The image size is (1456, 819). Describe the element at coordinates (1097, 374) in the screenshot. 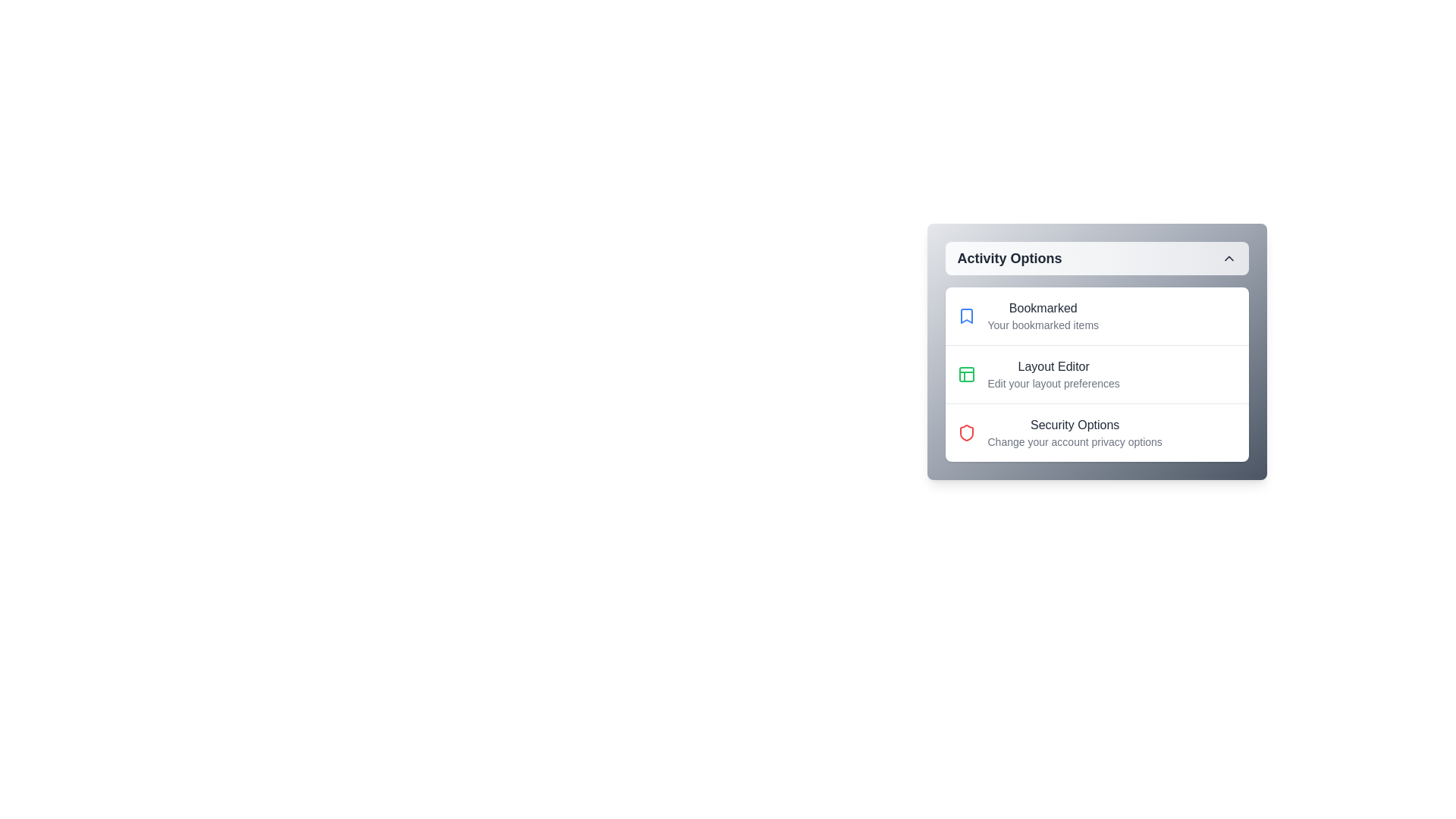

I see `the 'Layout Editor' list item, which features a bold title and a descriptive text below it` at that location.